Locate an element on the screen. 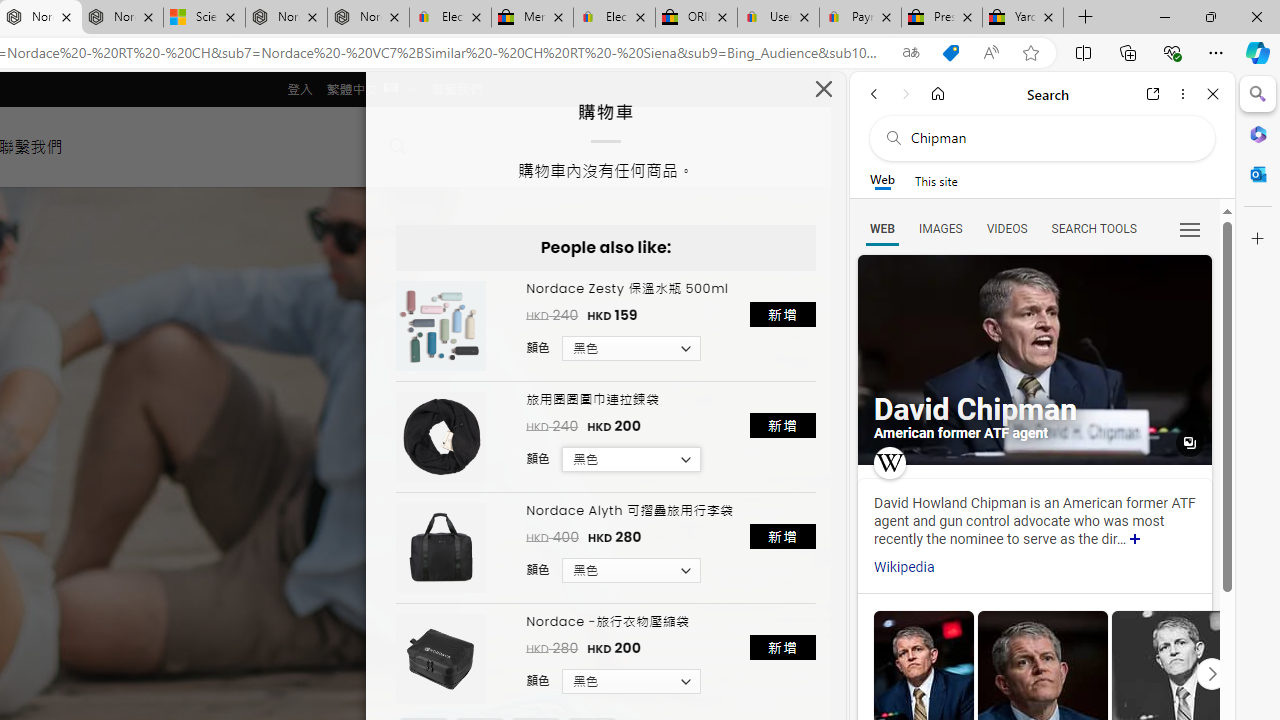 The width and height of the screenshot is (1280, 720). 'Nordace - Summer Adventures 2024' is located at coordinates (285, 17).